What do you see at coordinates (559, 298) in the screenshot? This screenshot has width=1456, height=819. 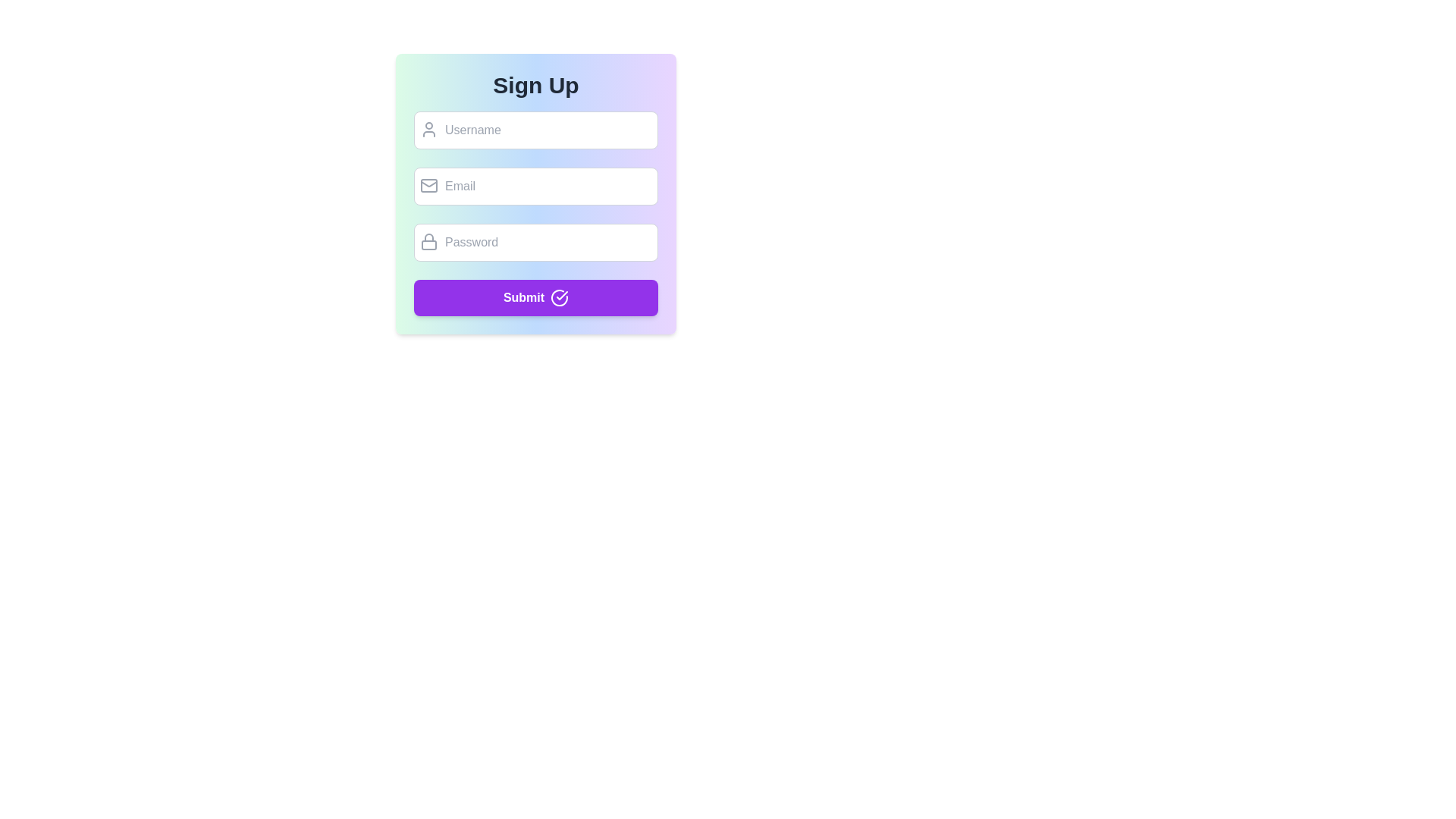 I see `the SVG-based checkmark icon within the 'Submit' button, which is styled with the class 'lucide-circle-check-big' and features a purple fill with a white border` at bounding box center [559, 298].